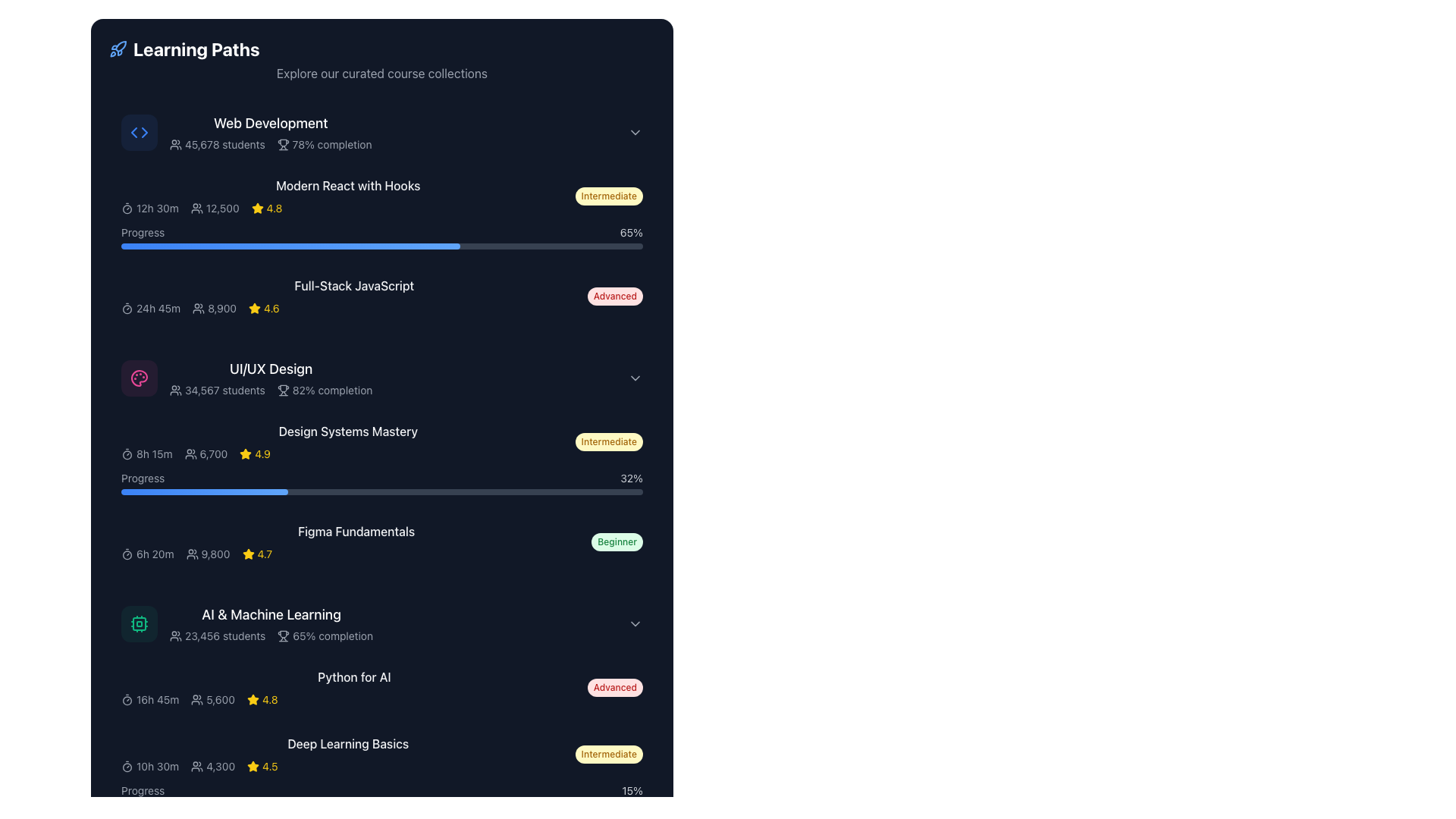 The image size is (1456, 819). Describe the element at coordinates (271, 614) in the screenshot. I see `the 'AI & Machine Learning' course title text label` at that location.